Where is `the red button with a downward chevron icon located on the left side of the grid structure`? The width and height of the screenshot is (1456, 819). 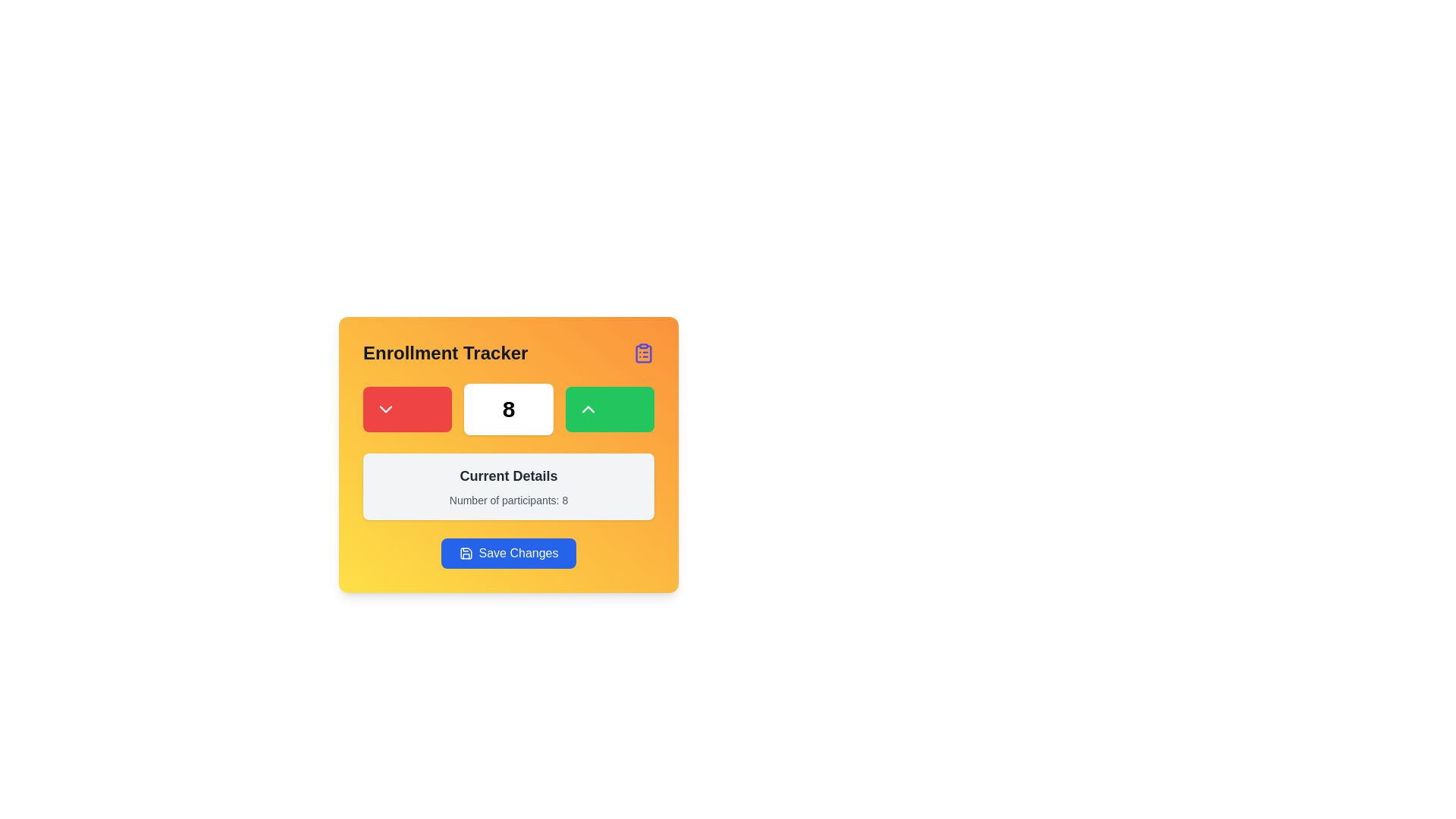 the red button with a downward chevron icon located on the left side of the grid structure is located at coordinates (407, 409).